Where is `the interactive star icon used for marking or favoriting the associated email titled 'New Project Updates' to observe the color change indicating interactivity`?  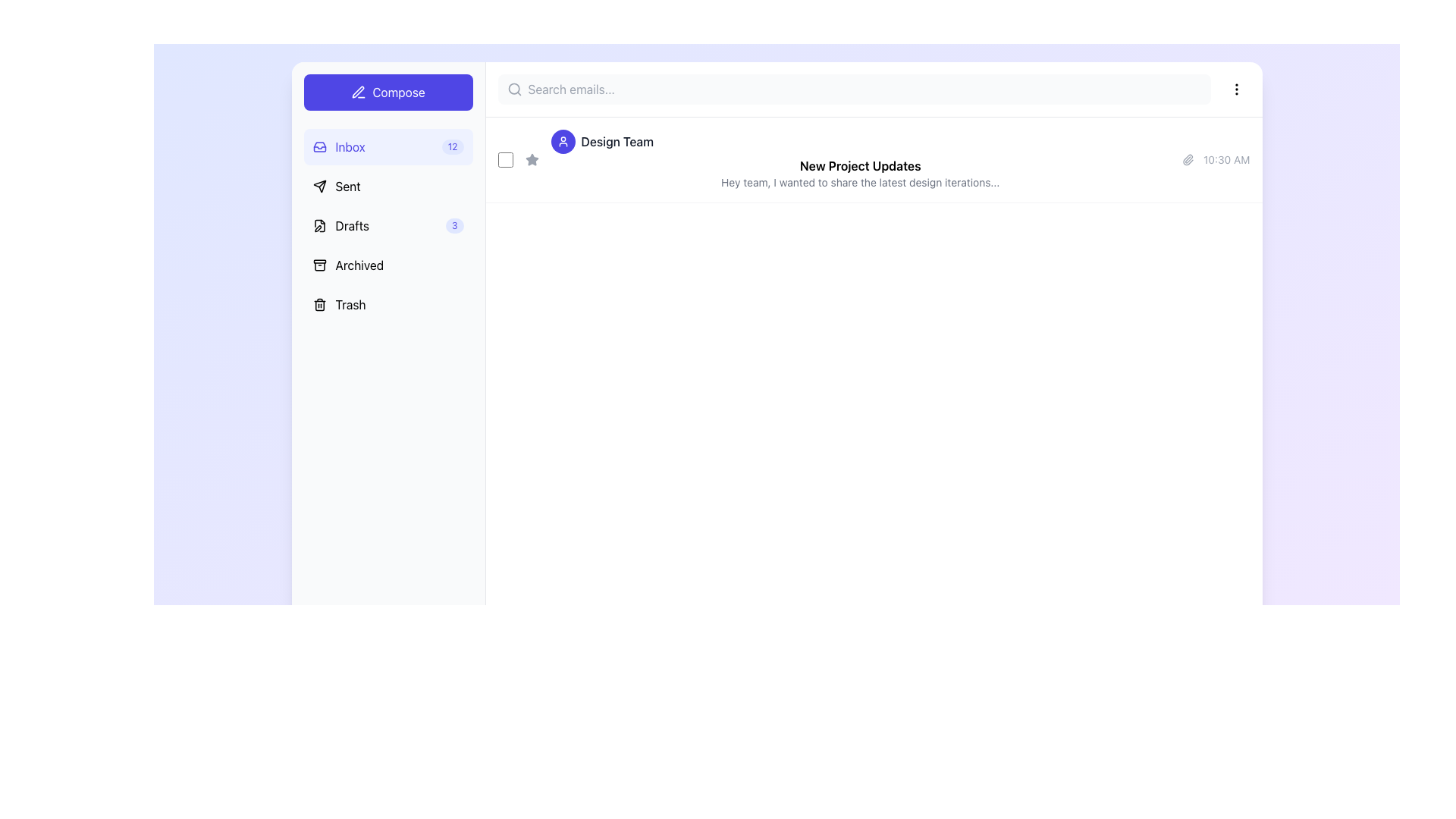 the interactive star icon used for marking or favoriting the associated email titled 'New Project Updates' to observe the color change indicating interactivity is located at coordinates (532, 160).